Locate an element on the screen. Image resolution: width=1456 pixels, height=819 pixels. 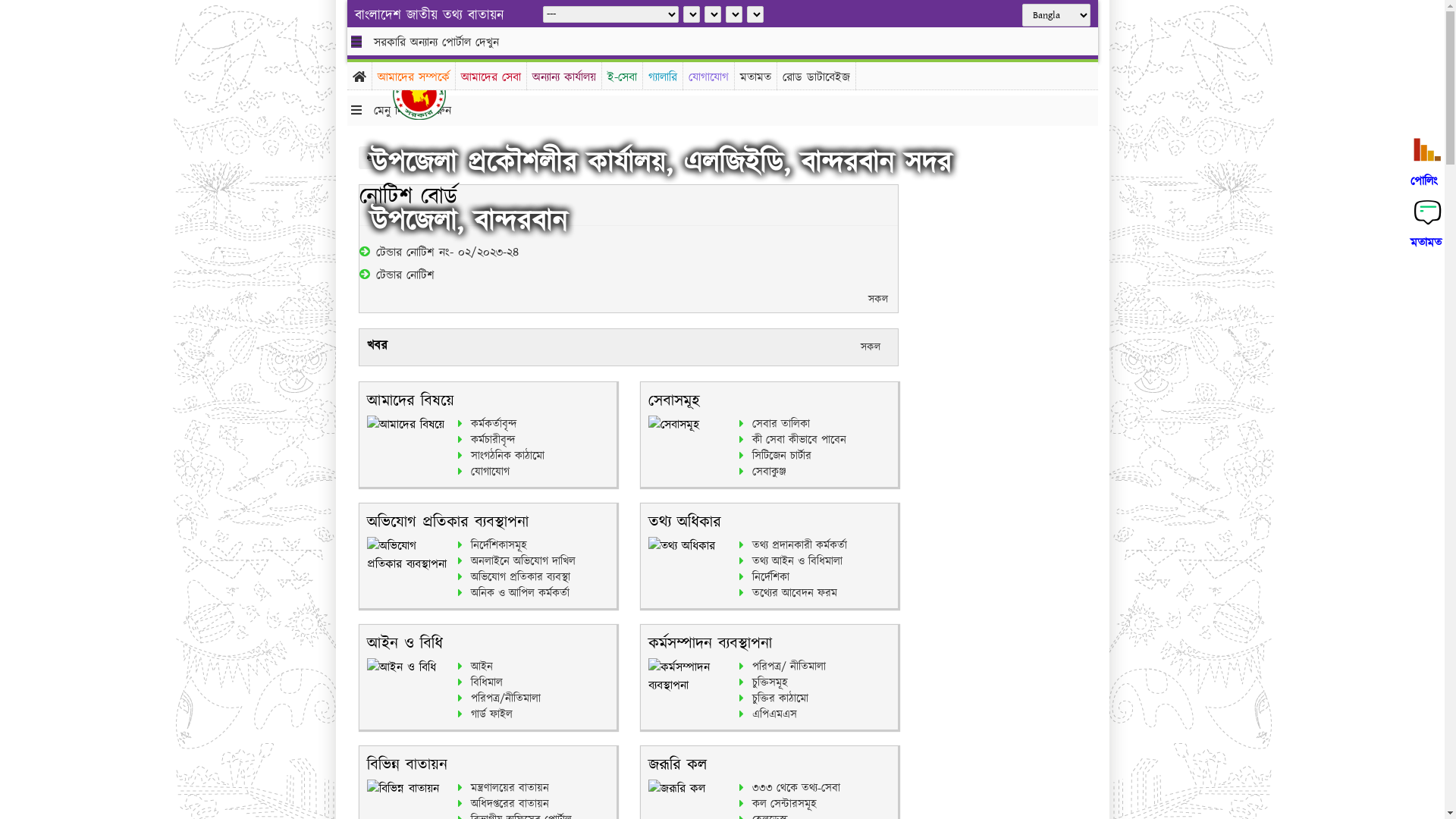
' is located at coordinates (430, 93).